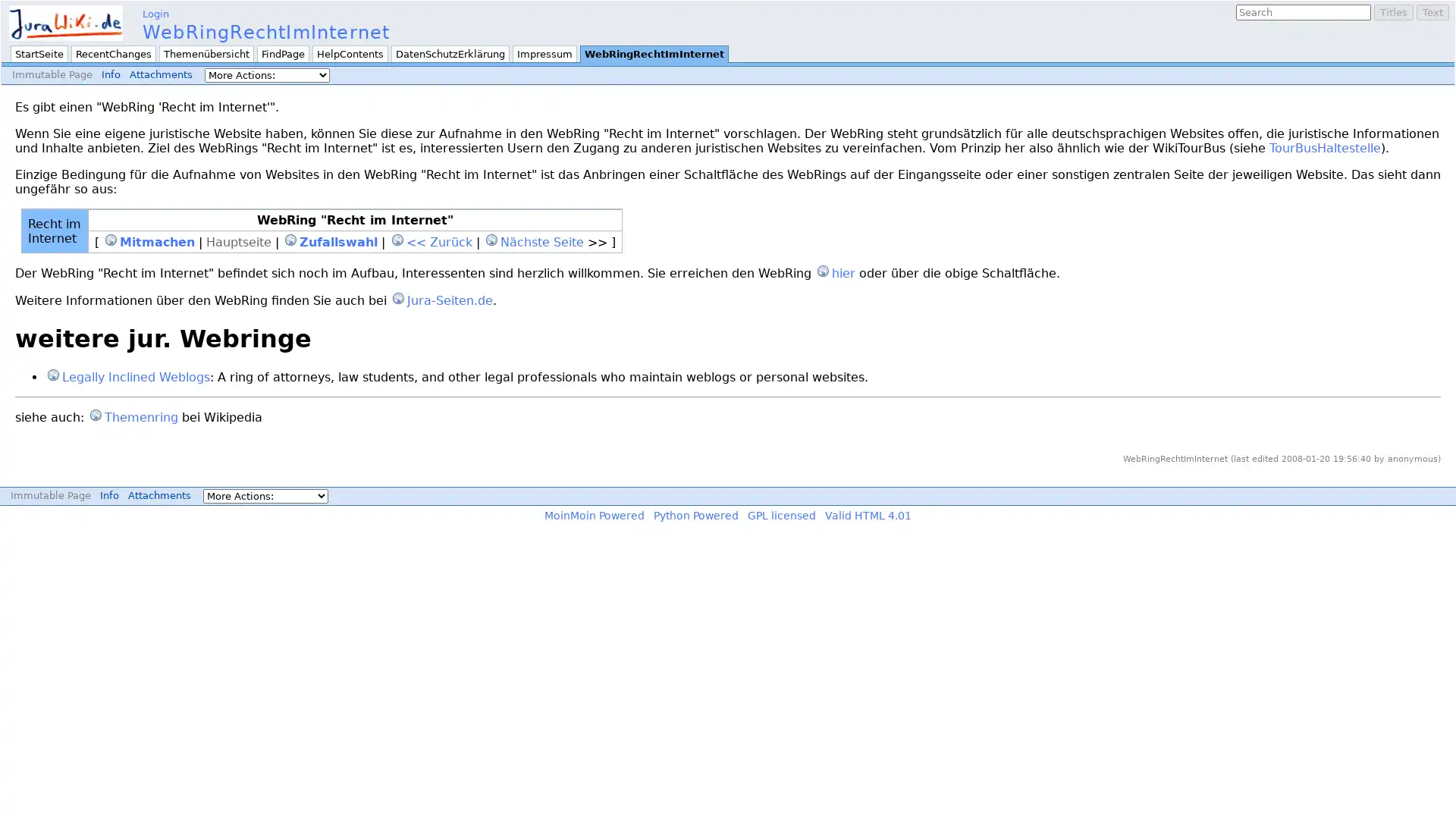 Image resolution: width=1456 pixels, height=819 pixels. What do you see at coordinates (1432, 12) in the screenshot?
I see `Text` at bounding box center [1432, 12].